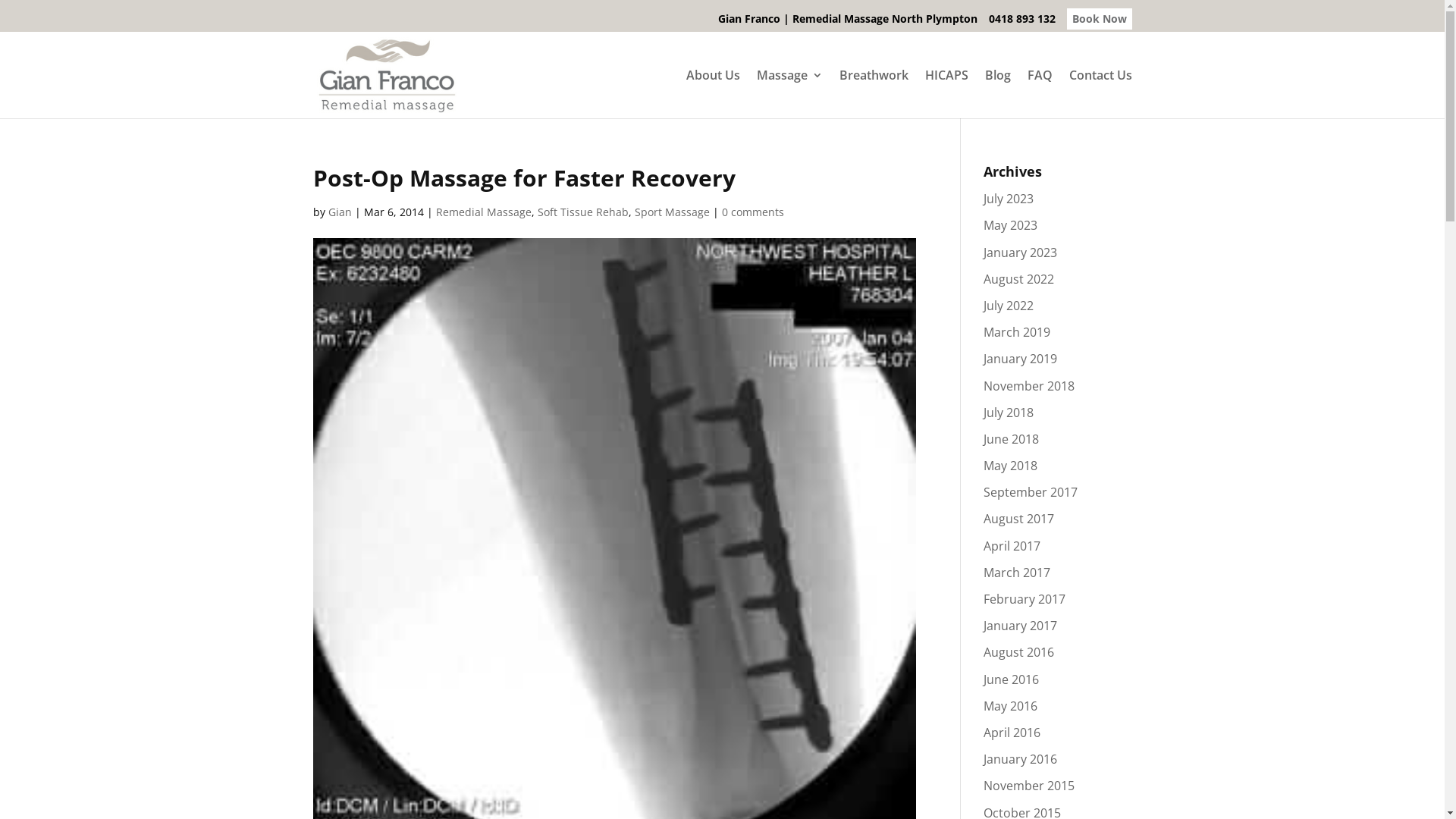  Describe the element at coordinates (1012, 731) in the screenshot. I see `'April 2016'` at that location.